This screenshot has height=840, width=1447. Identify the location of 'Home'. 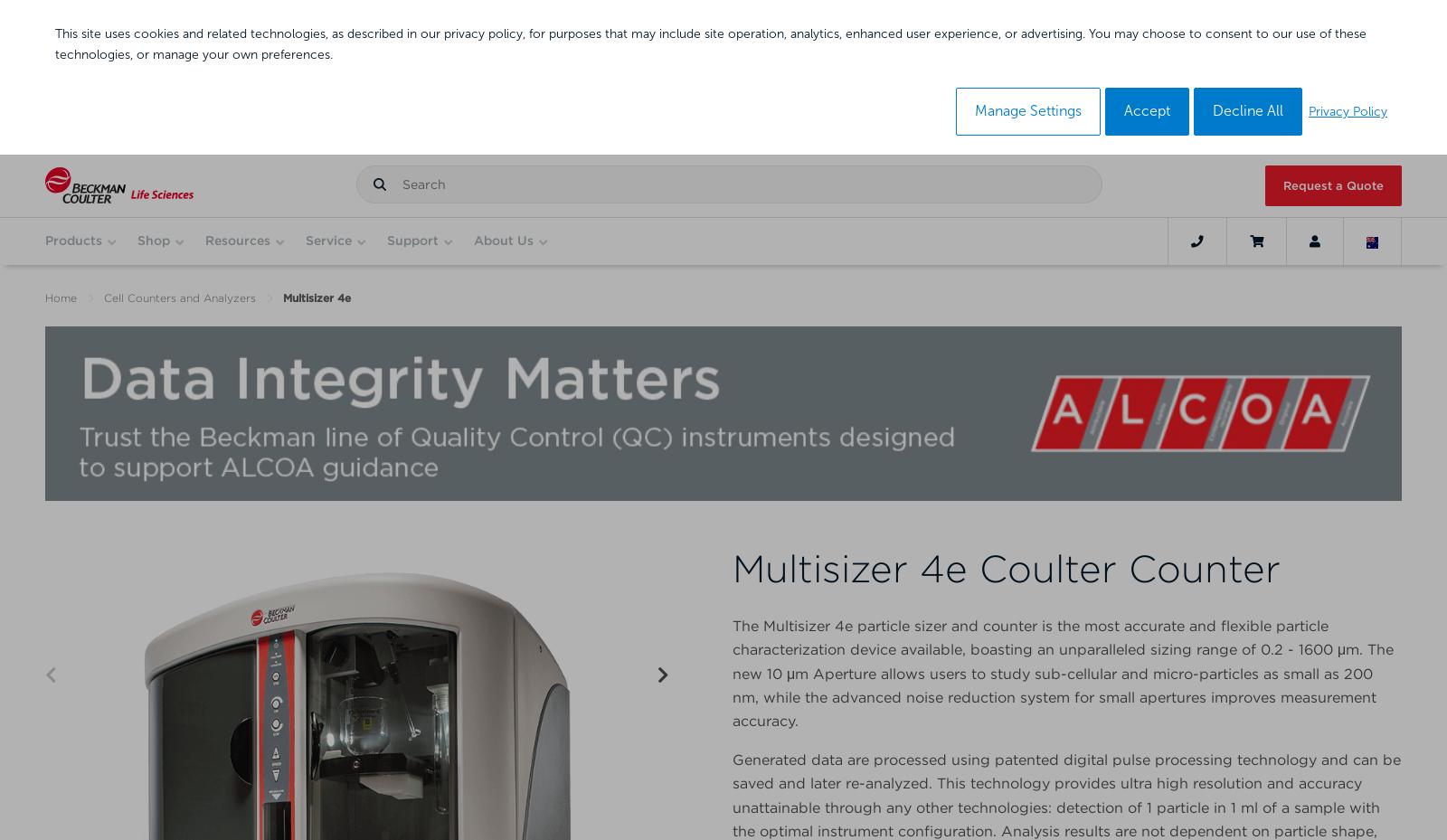
(60, 297).